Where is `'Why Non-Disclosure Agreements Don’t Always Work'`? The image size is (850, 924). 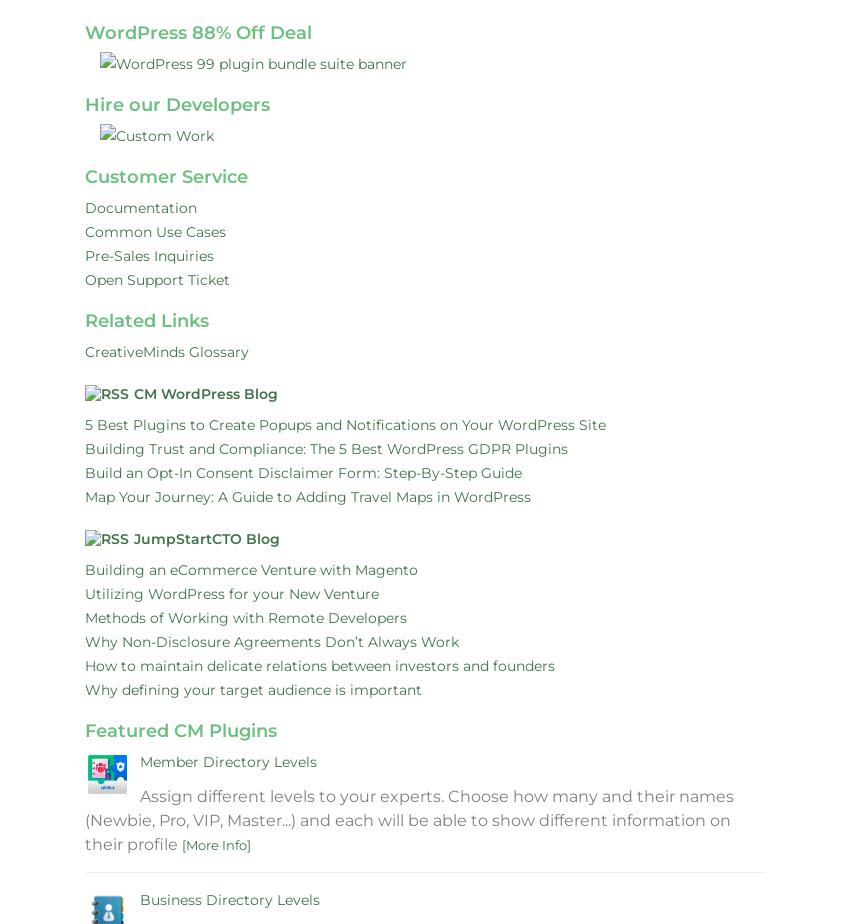 'Why Non-Disclosure Agreements Don’t Always Work' is located at coordinates (271, 641).